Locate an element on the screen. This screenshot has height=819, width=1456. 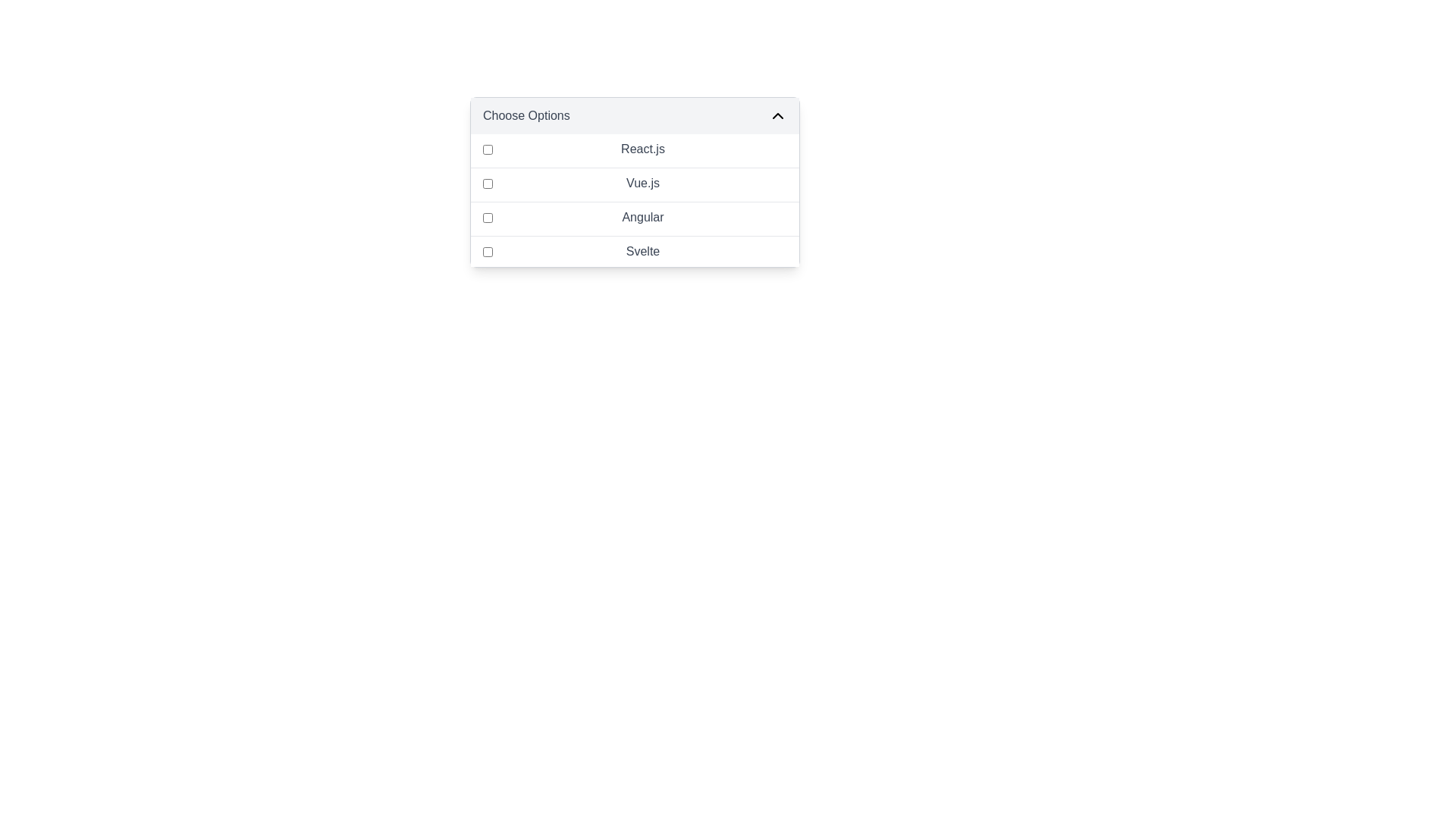
the text label located in the last row of a dropdown list, immediately to the right of a checkbox is located at coordinates (643, 250).